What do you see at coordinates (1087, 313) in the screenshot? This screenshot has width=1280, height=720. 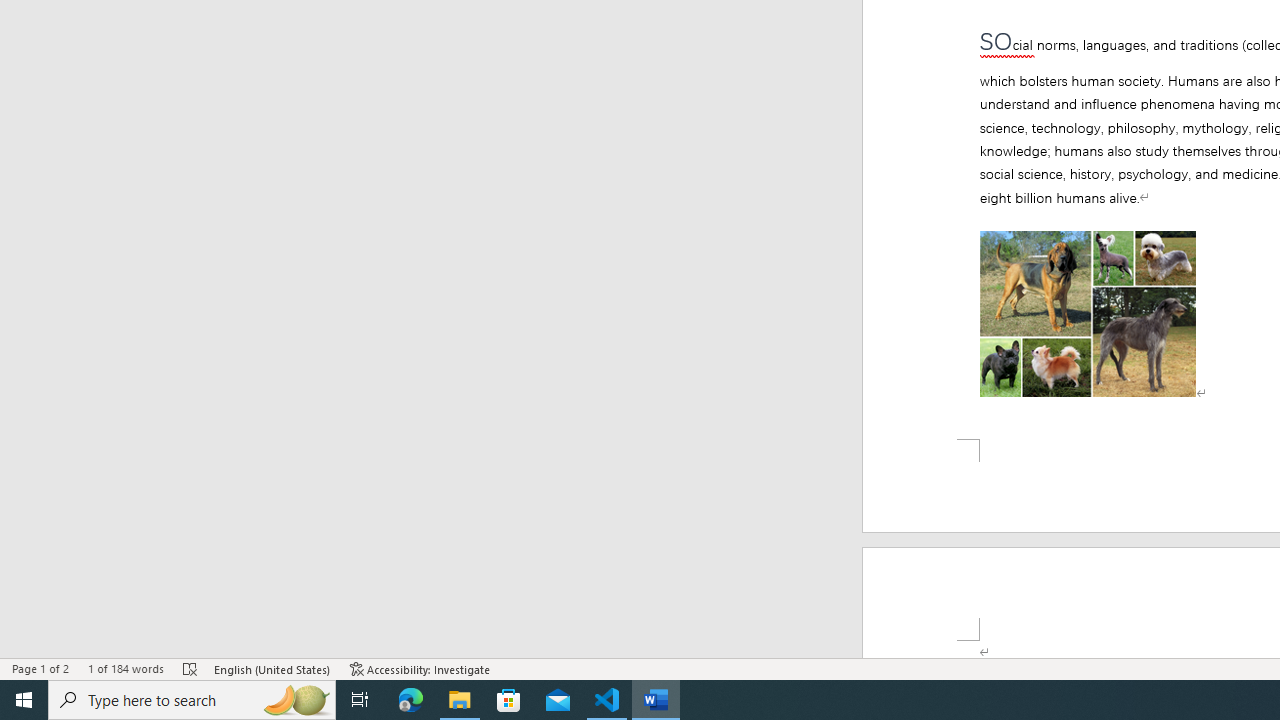 I see `'Morphological variation in six dogs'` at bounding box center [1087, 313].